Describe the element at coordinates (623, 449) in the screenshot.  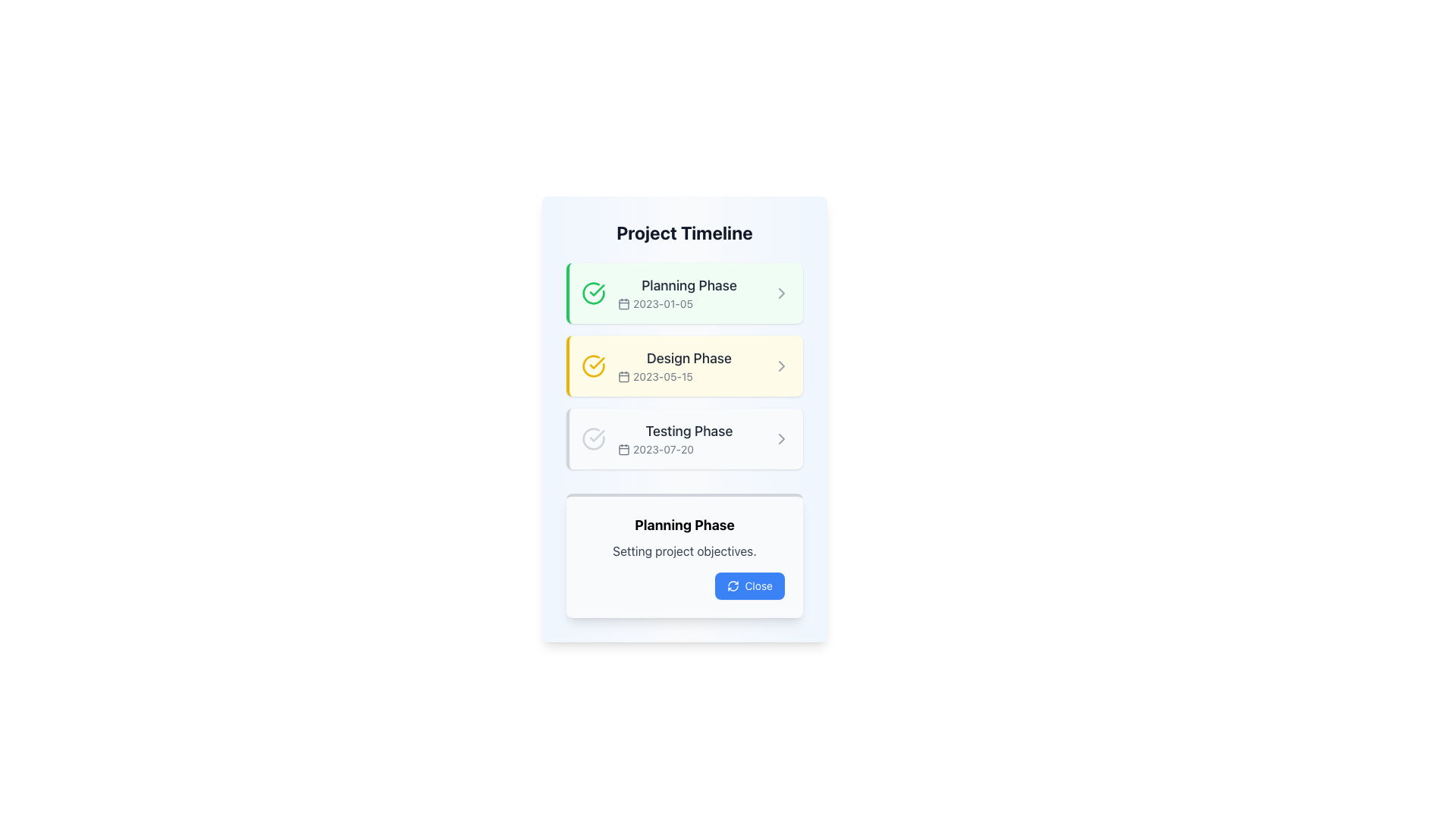
I see `the SVG graphical element that is part of the calendar icon associated with the date '2023-07-20' located in the 'Testing Phase' section of the timeline` at that location.